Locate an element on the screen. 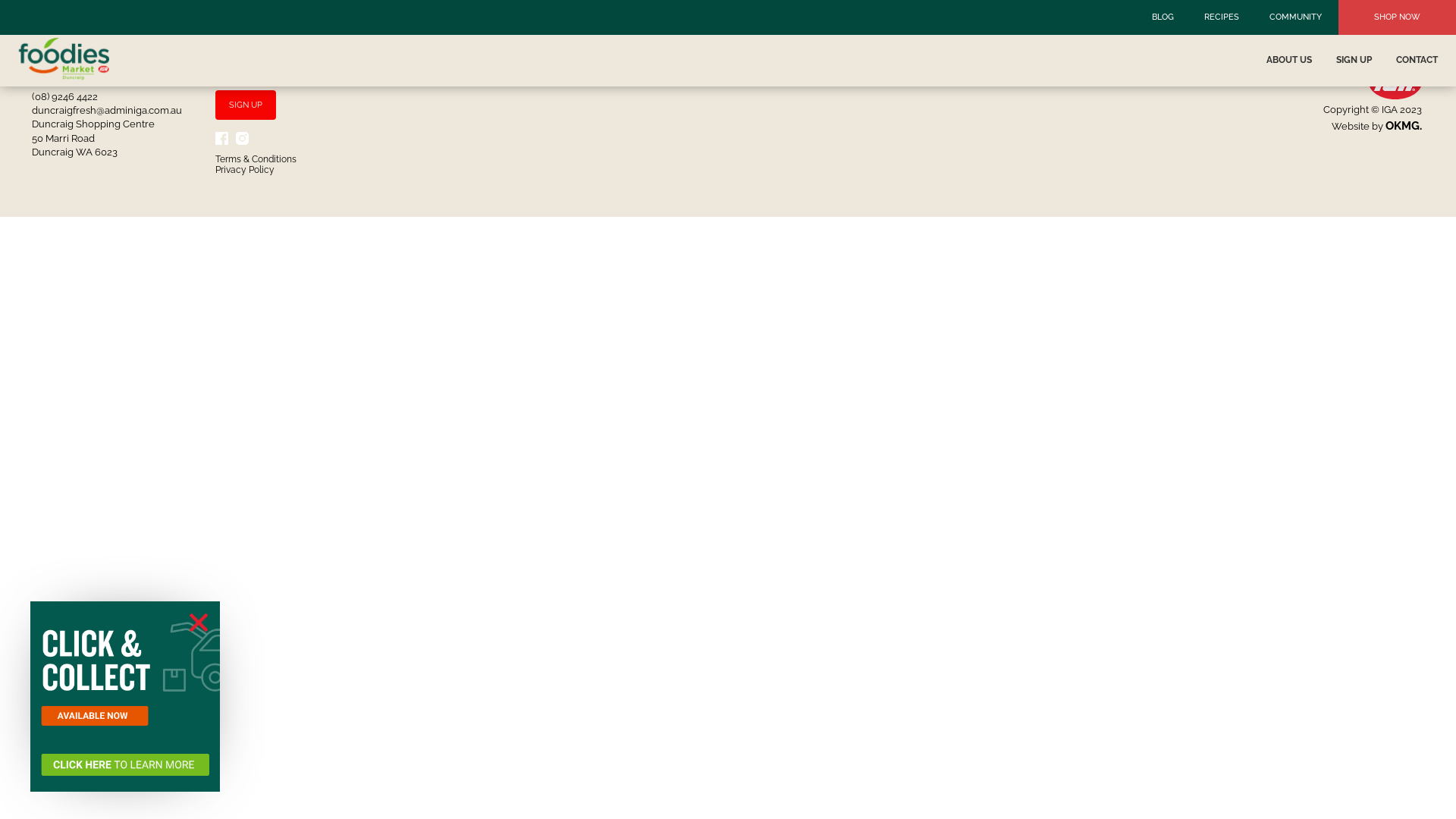 This screenshot has width=1456, height=819. 'COMMUNITY' is located at coordinates (1256, 17).